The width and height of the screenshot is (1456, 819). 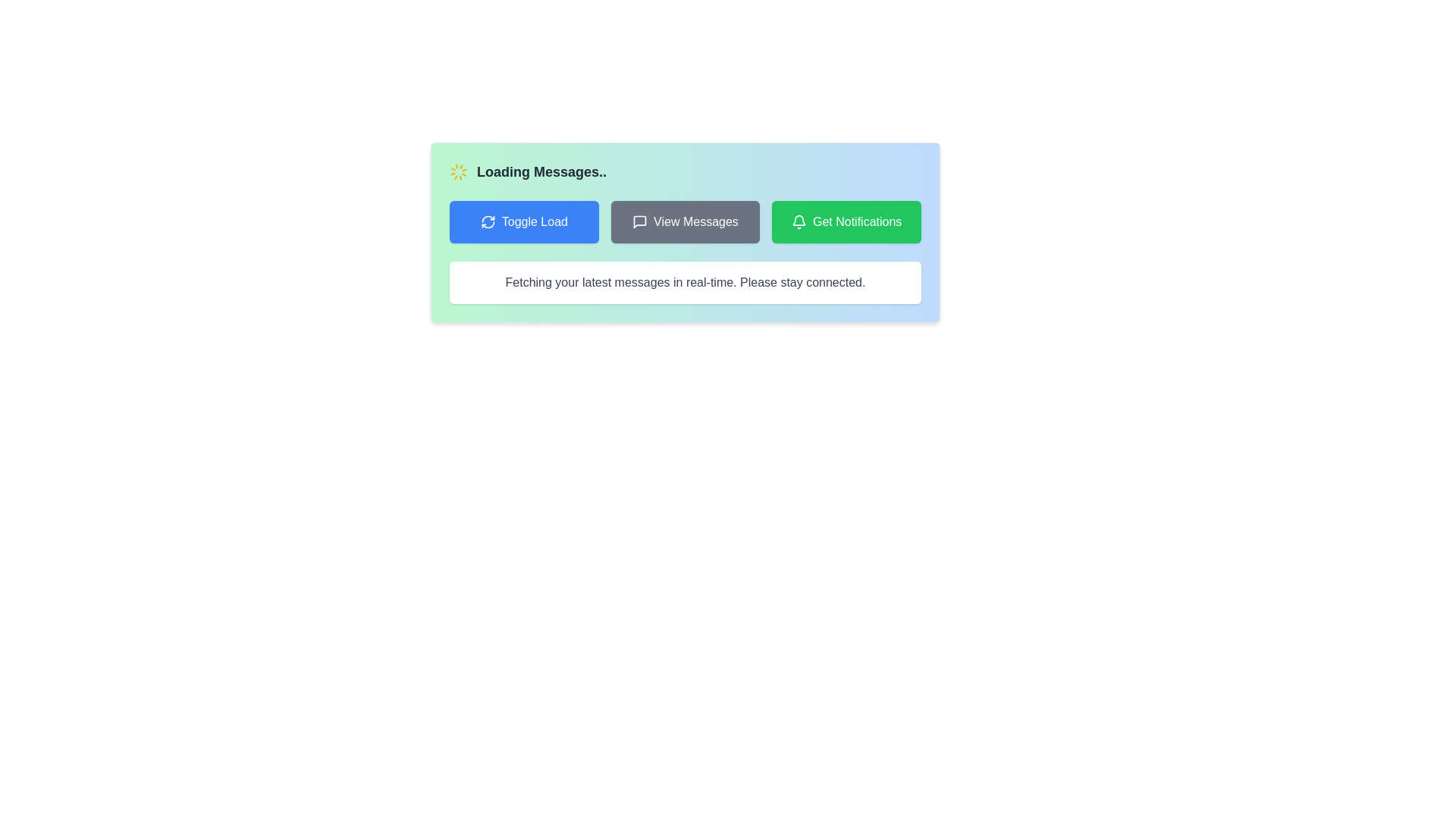 What do you see at coordinates (684, 283) in the screenshot?
I see `text displayed in the white, rounded, shadowed box located in the lower-middle section of the interface, which informs the user about the real-time fetching of messages and requests them to remain connected` at bounding box center [684, 283].